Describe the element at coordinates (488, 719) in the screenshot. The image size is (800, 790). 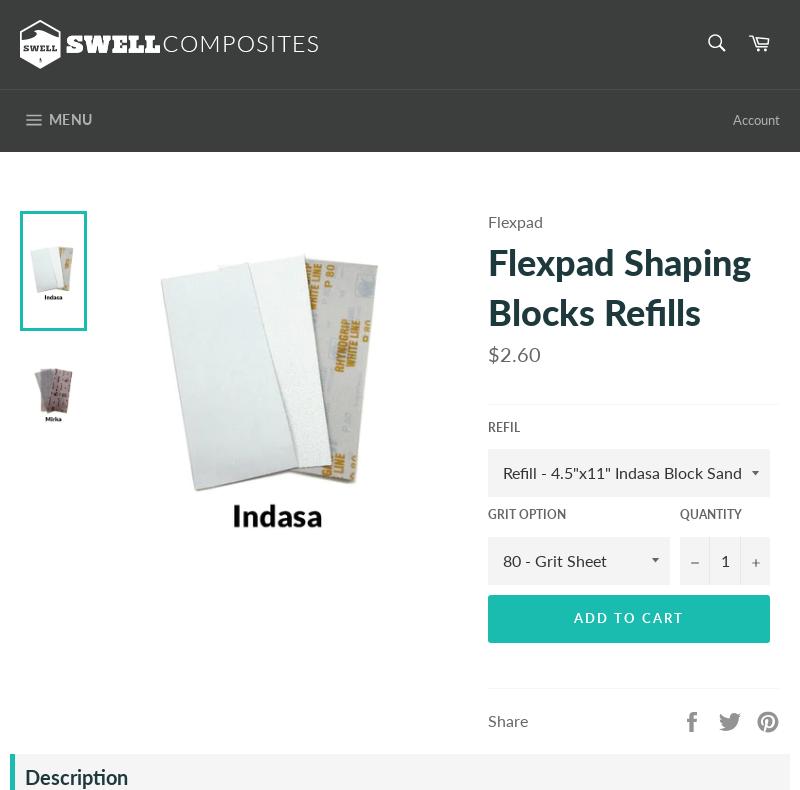
I see `'Share'` at that location.